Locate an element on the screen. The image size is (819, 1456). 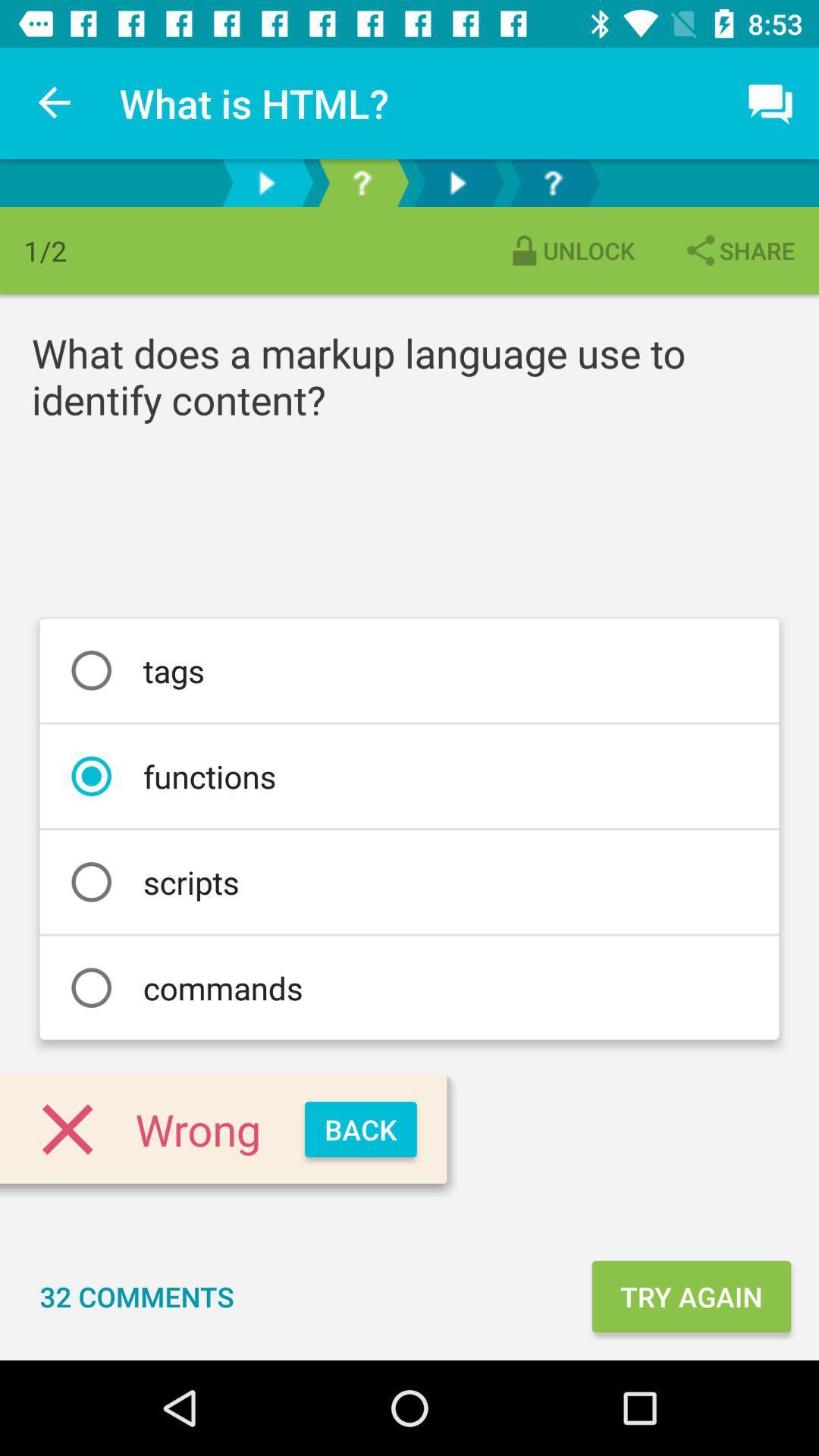
item above 1/2 icon is located at coordinates (55, 102).